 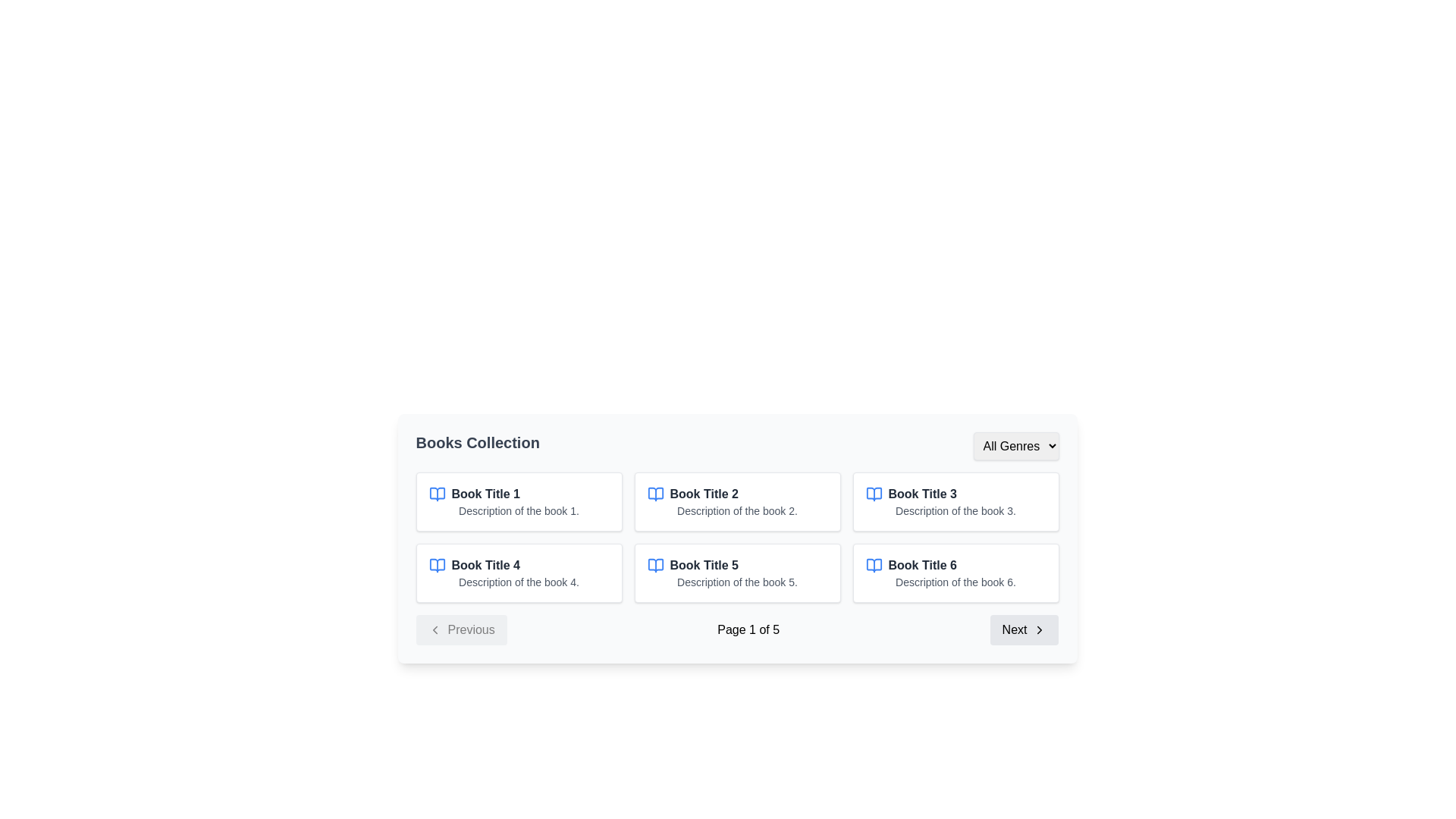 What do you see at coordinates (485, 494) in the screenshot?
I see `the Text label that displays the title of a book in the collection, positioned in the top-left cell of the grid layout, under 'Books Collection' and to the right of the book icon` at bounding box center [485, 494].